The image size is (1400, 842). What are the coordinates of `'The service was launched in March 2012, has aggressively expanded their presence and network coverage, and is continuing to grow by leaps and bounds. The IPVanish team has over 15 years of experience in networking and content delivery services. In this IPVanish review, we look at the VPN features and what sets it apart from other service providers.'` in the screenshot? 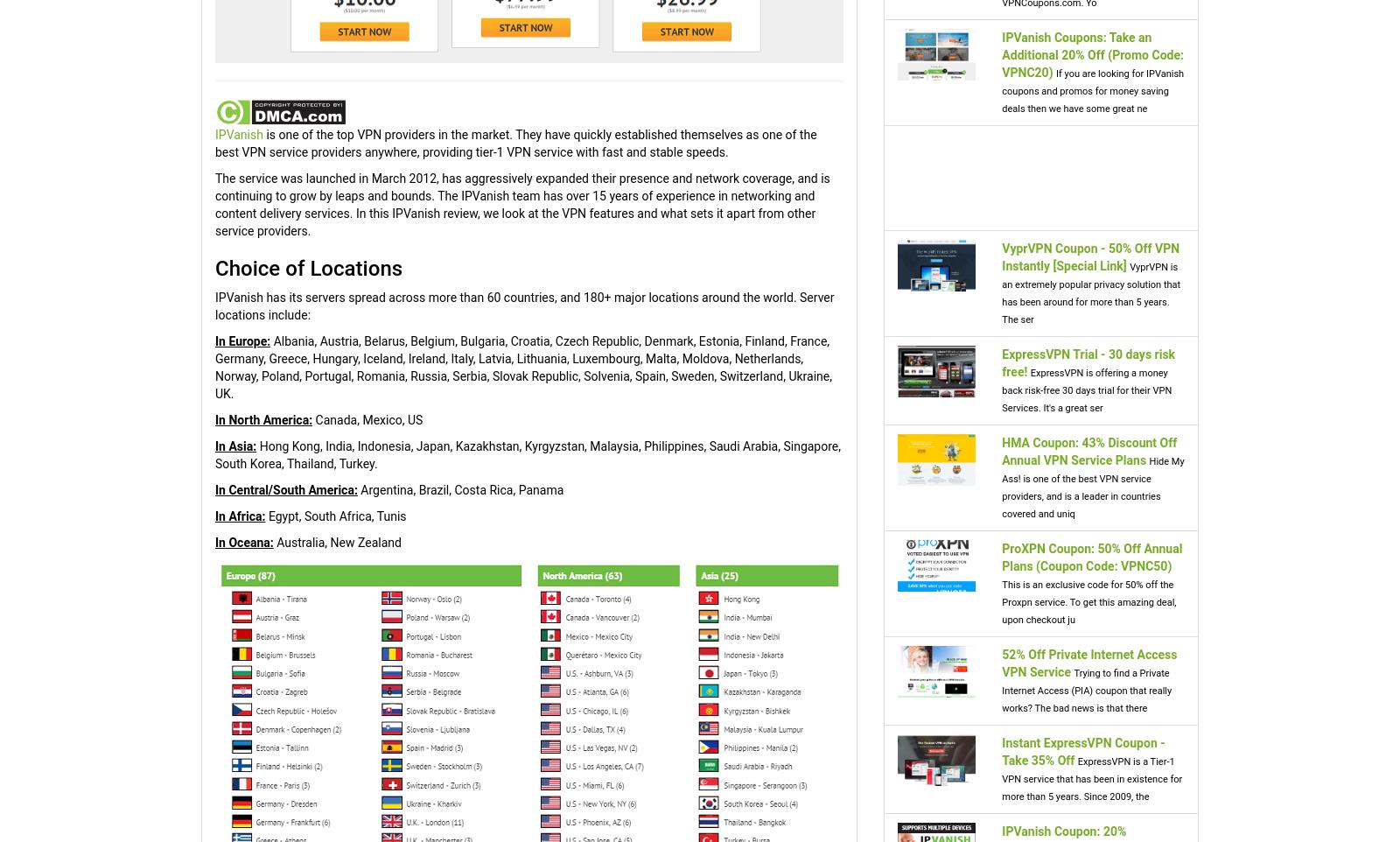 It's located at (521, 203).